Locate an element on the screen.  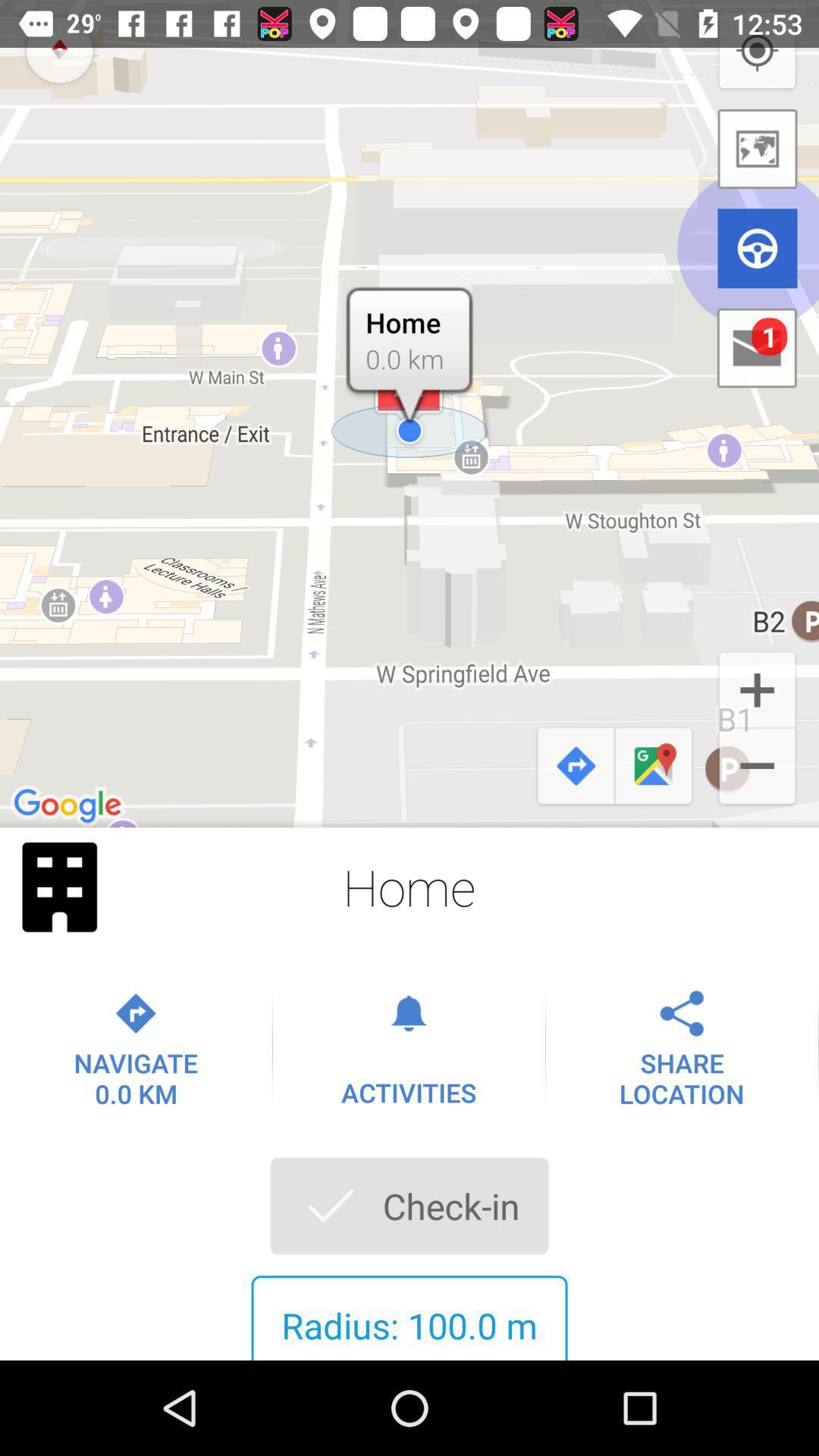
the explore icon is located at coordinates (58, 49).